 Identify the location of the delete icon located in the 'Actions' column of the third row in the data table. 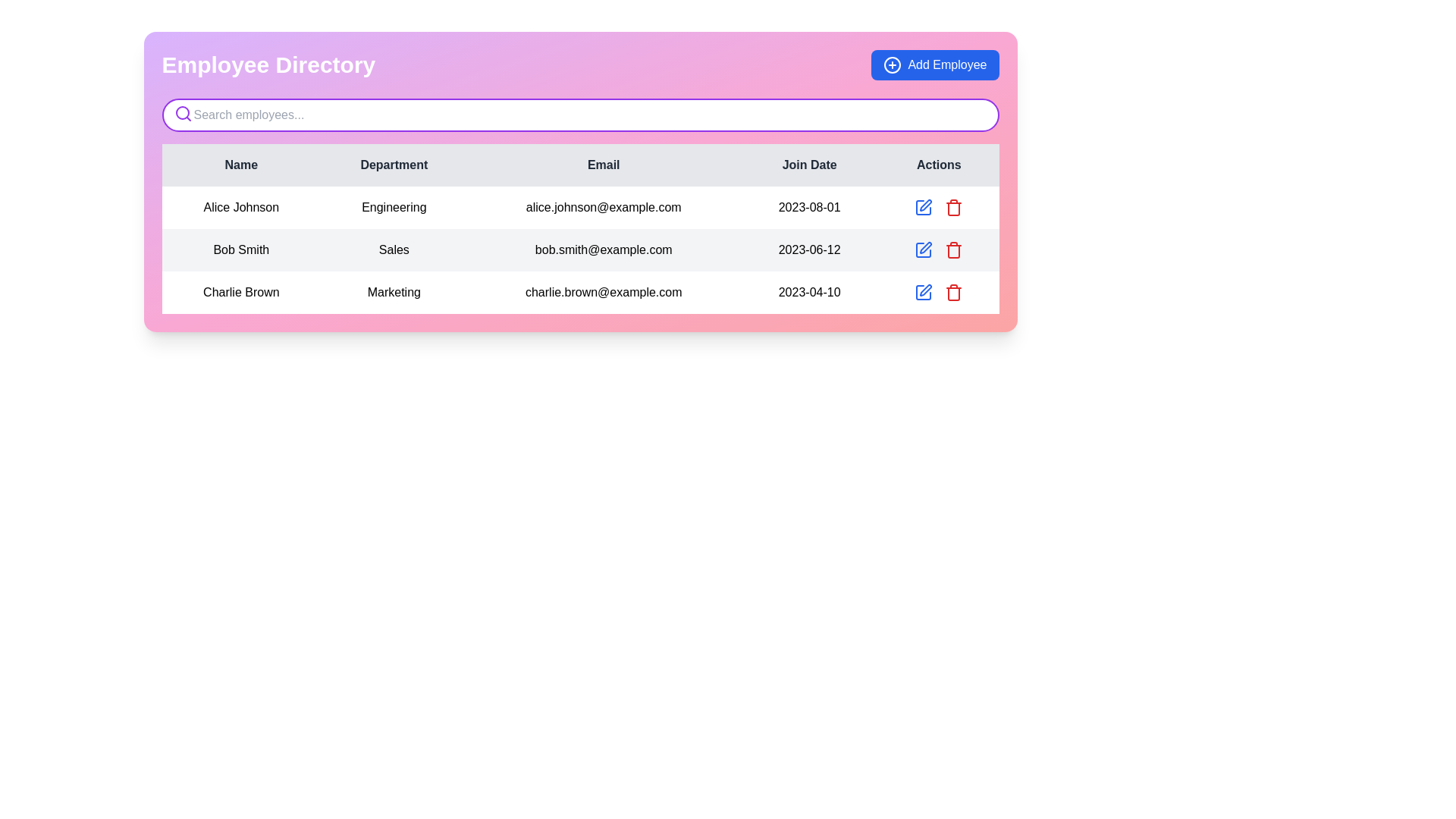
(953, 250).